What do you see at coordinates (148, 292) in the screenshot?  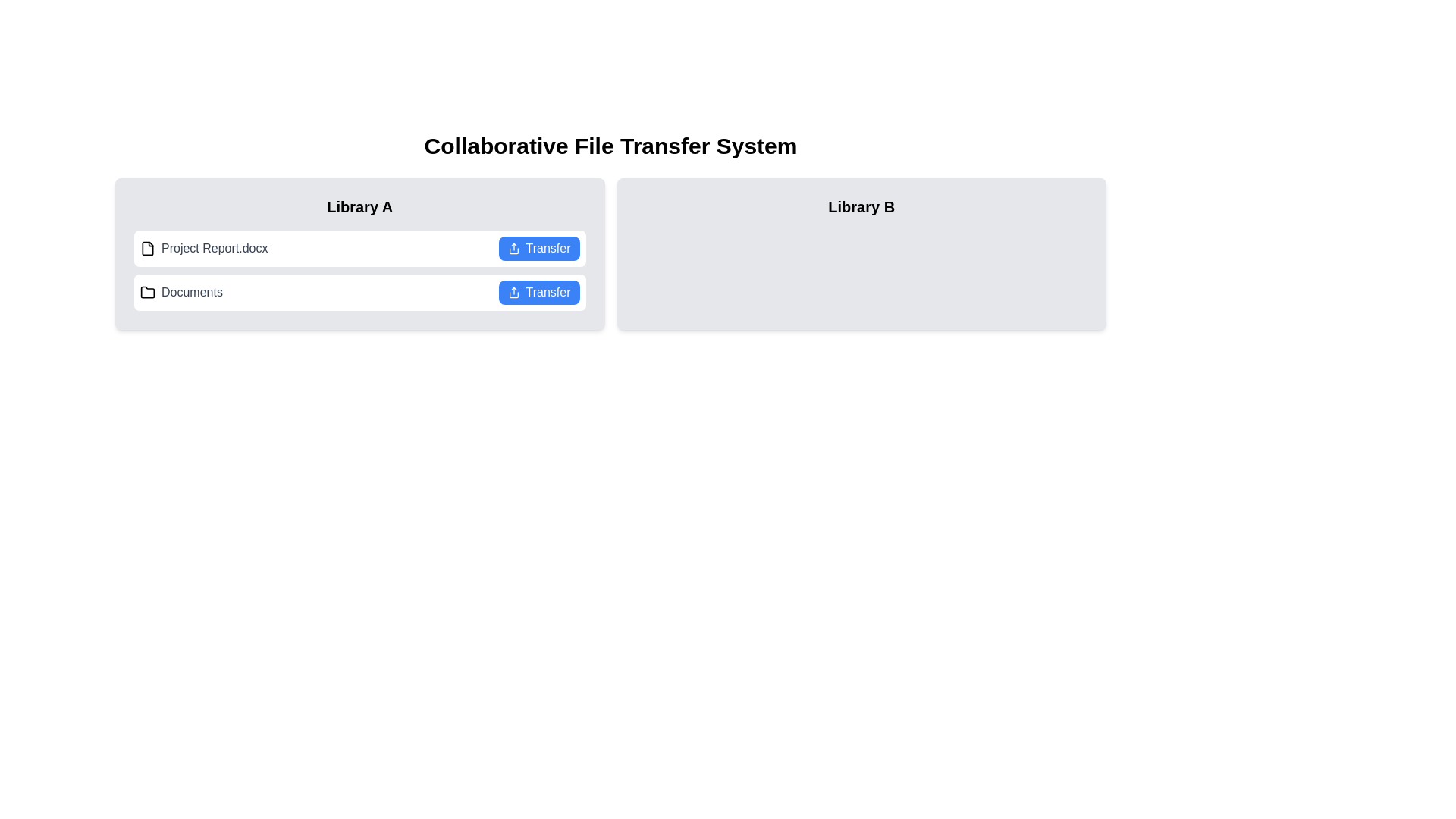 I see `the folder icon representing the 'Documents' file item, positioned on the left side of the second file item under 'Library A'` at bounding box center [148, 292].